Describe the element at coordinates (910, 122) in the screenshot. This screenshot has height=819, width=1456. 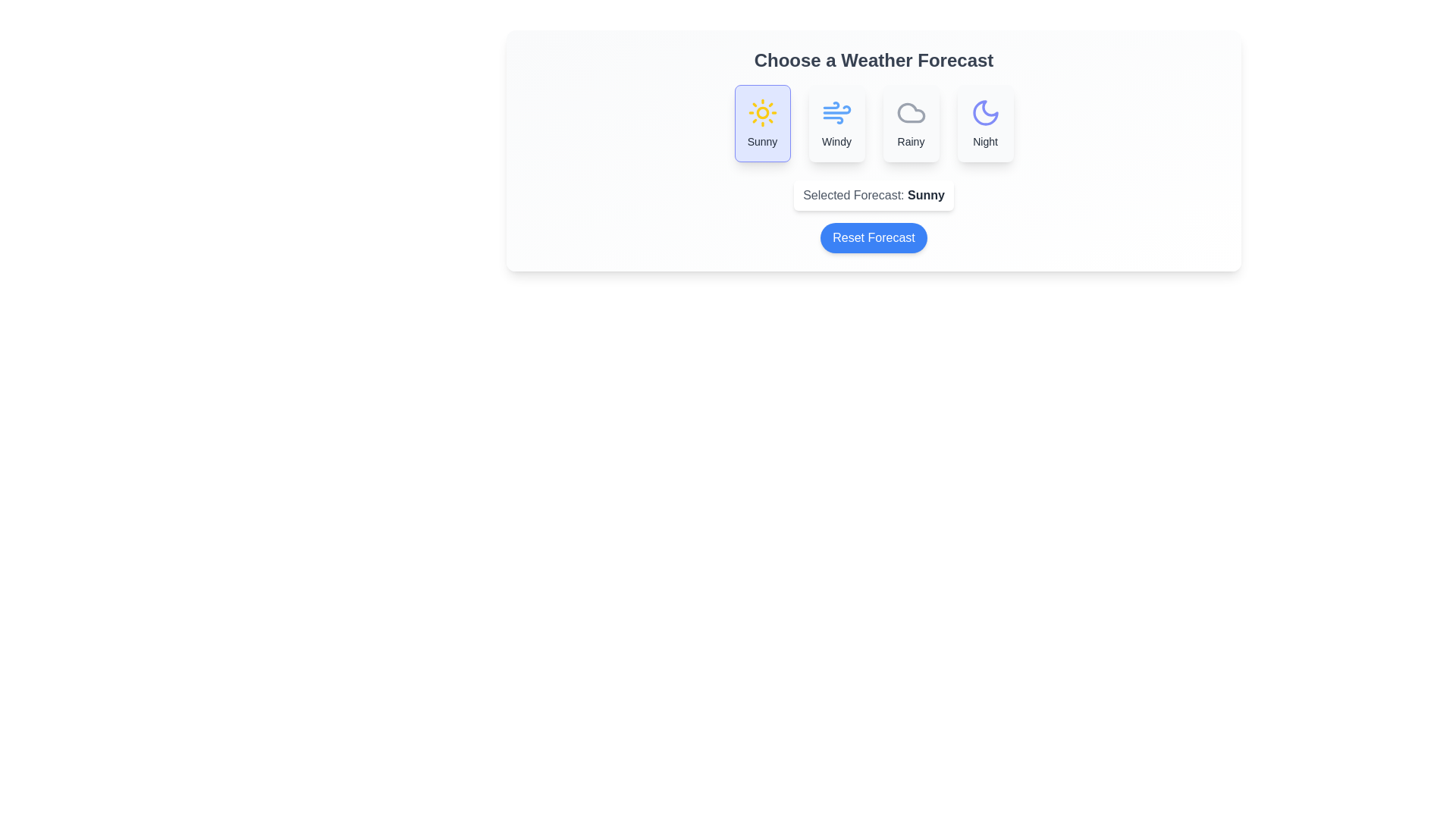
I see `the forecast option Rainy by clicking on the corresponding button` at that location.